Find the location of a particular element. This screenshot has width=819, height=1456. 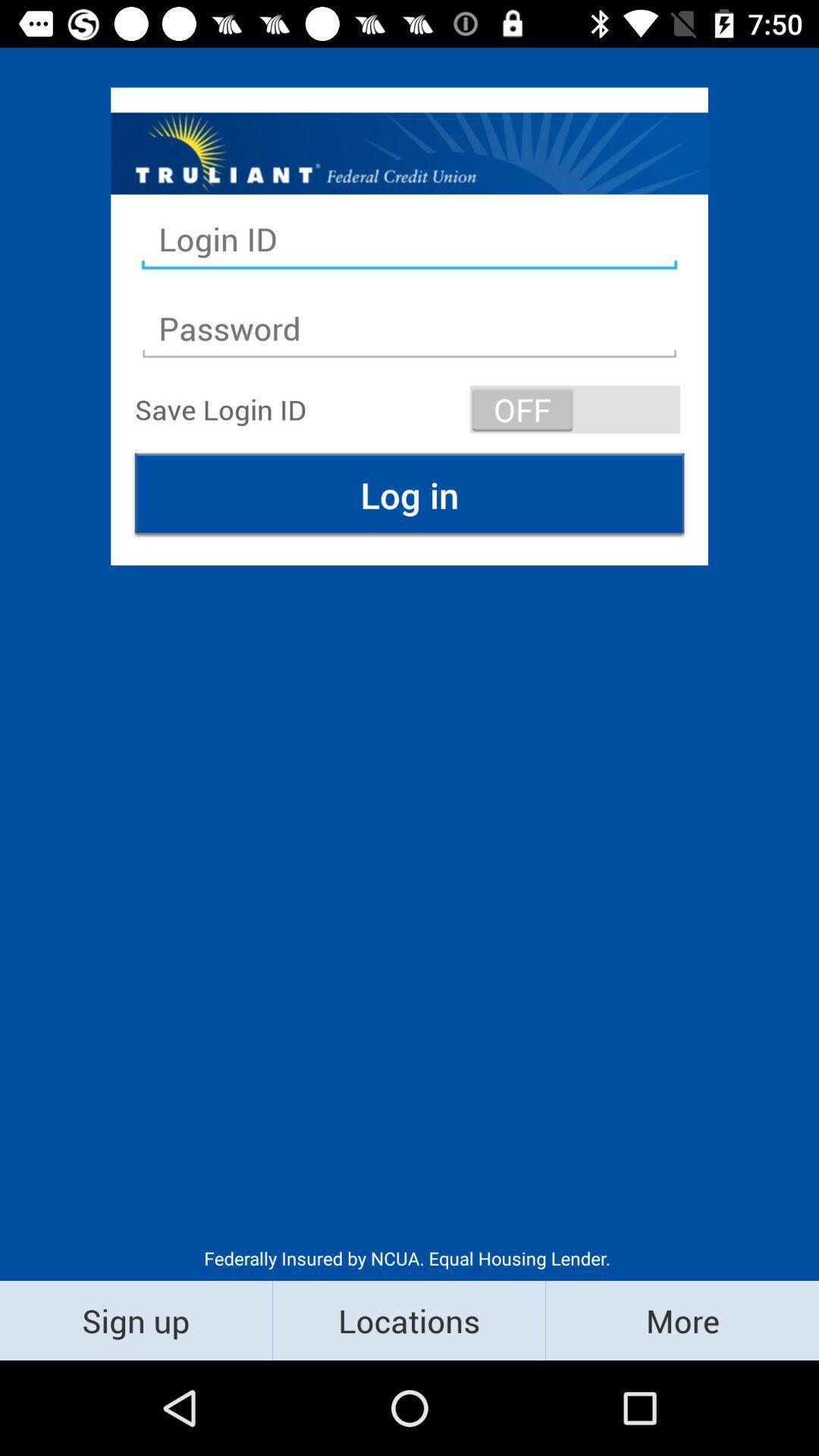

the more icon is located at coordinates (681, 1319).